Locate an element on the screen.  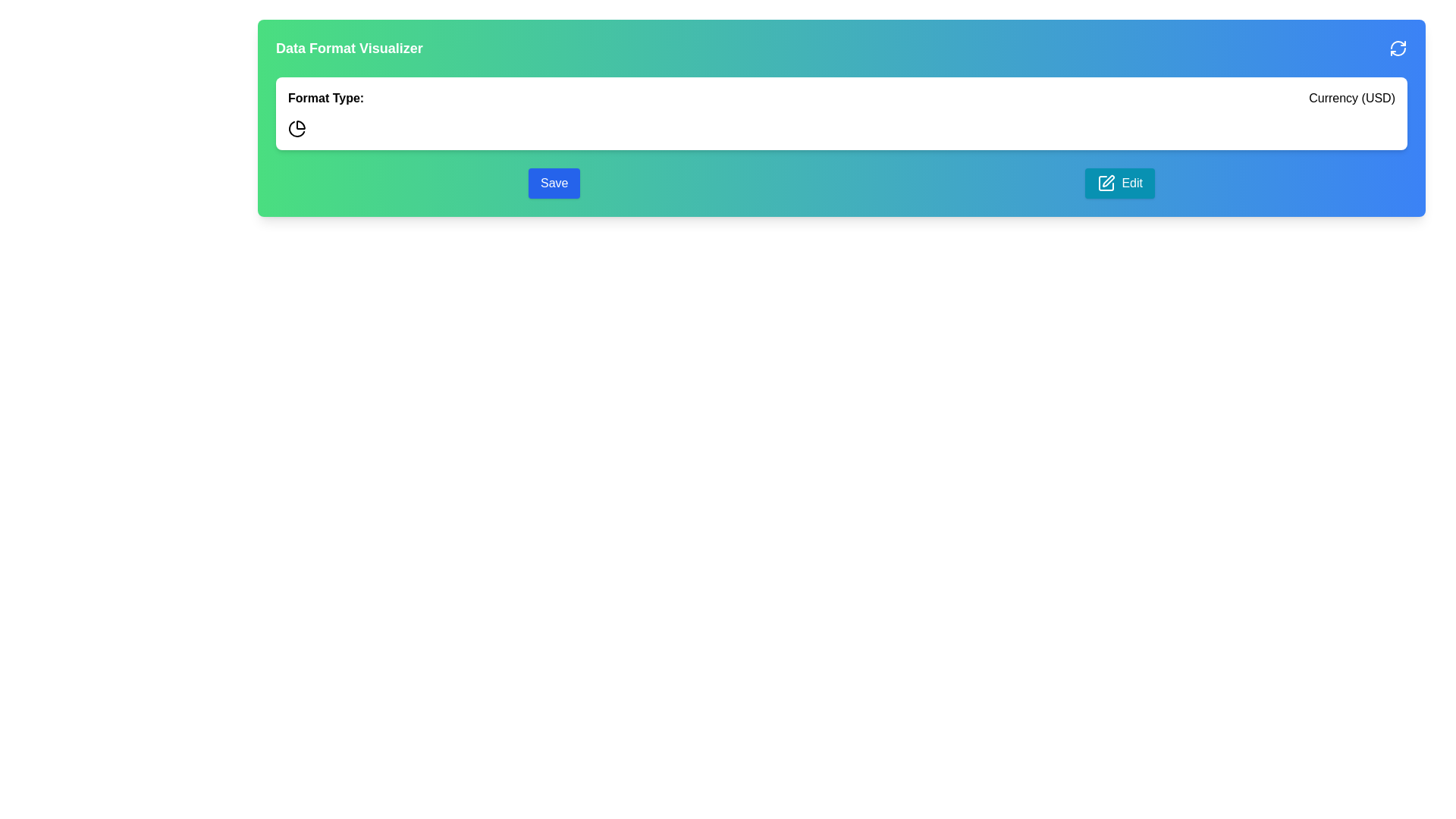
the 'Edit' button located to the right of the 'Save' button, enabling users to modify data or settings displayed above it is located at coordinates (1120, 183).